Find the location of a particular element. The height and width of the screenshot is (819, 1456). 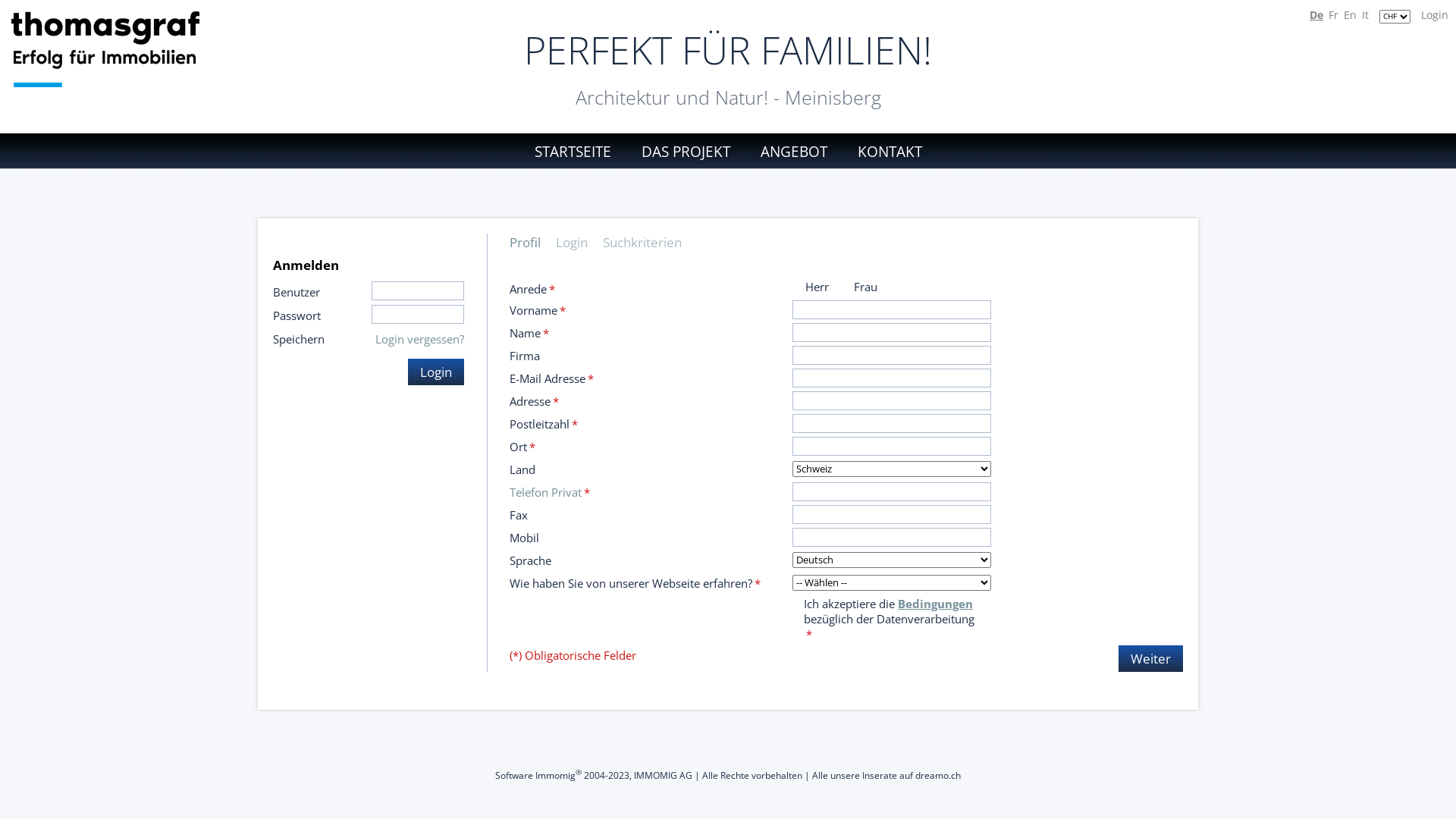

'dreamo.ch' is located at coordinates (914, 775).